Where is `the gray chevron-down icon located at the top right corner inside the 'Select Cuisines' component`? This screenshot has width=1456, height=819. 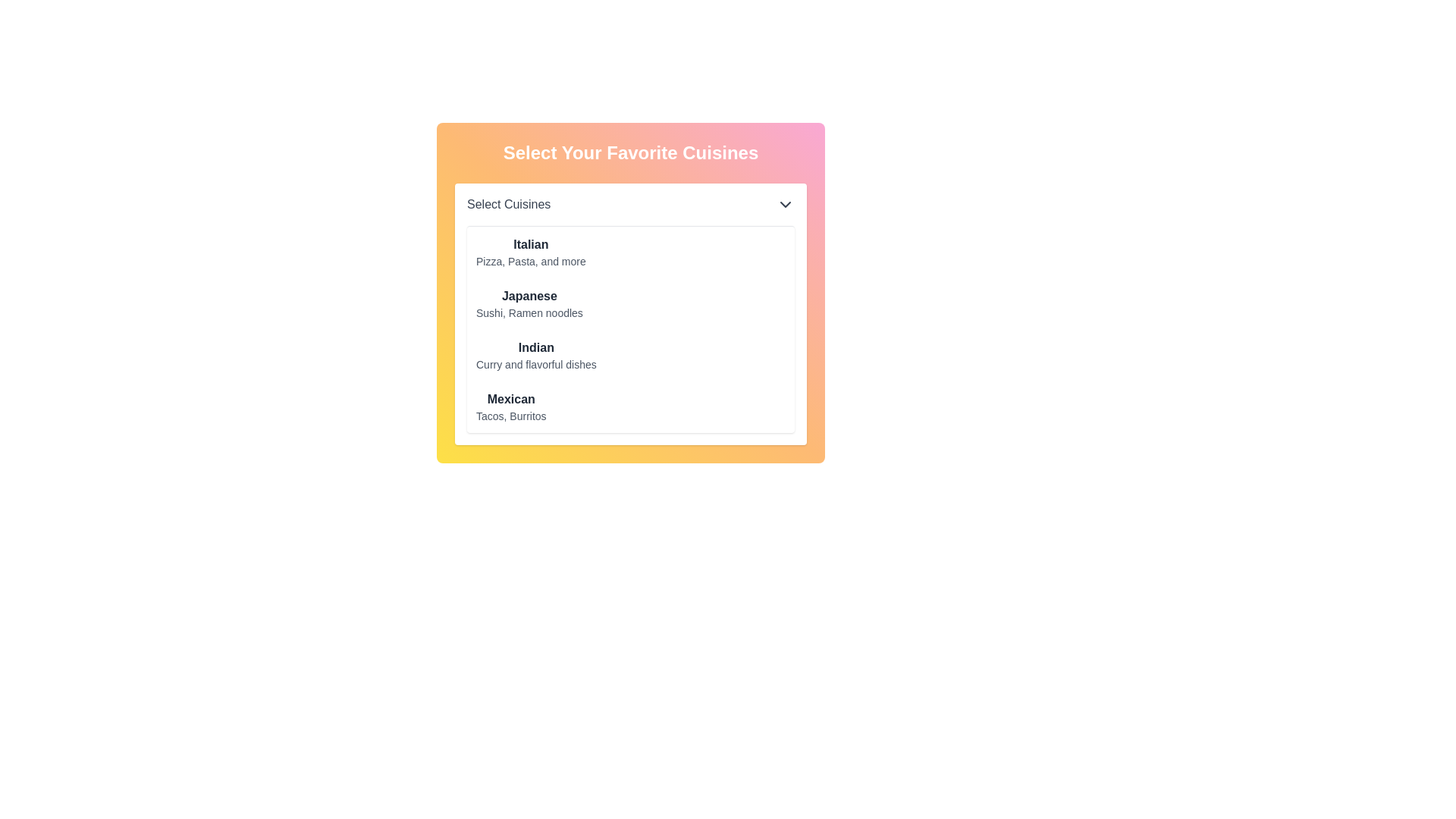
the gray chevron-down icon located at the top right corner inside the 'Select Cuisines' component is located at coordinates (786, 205).